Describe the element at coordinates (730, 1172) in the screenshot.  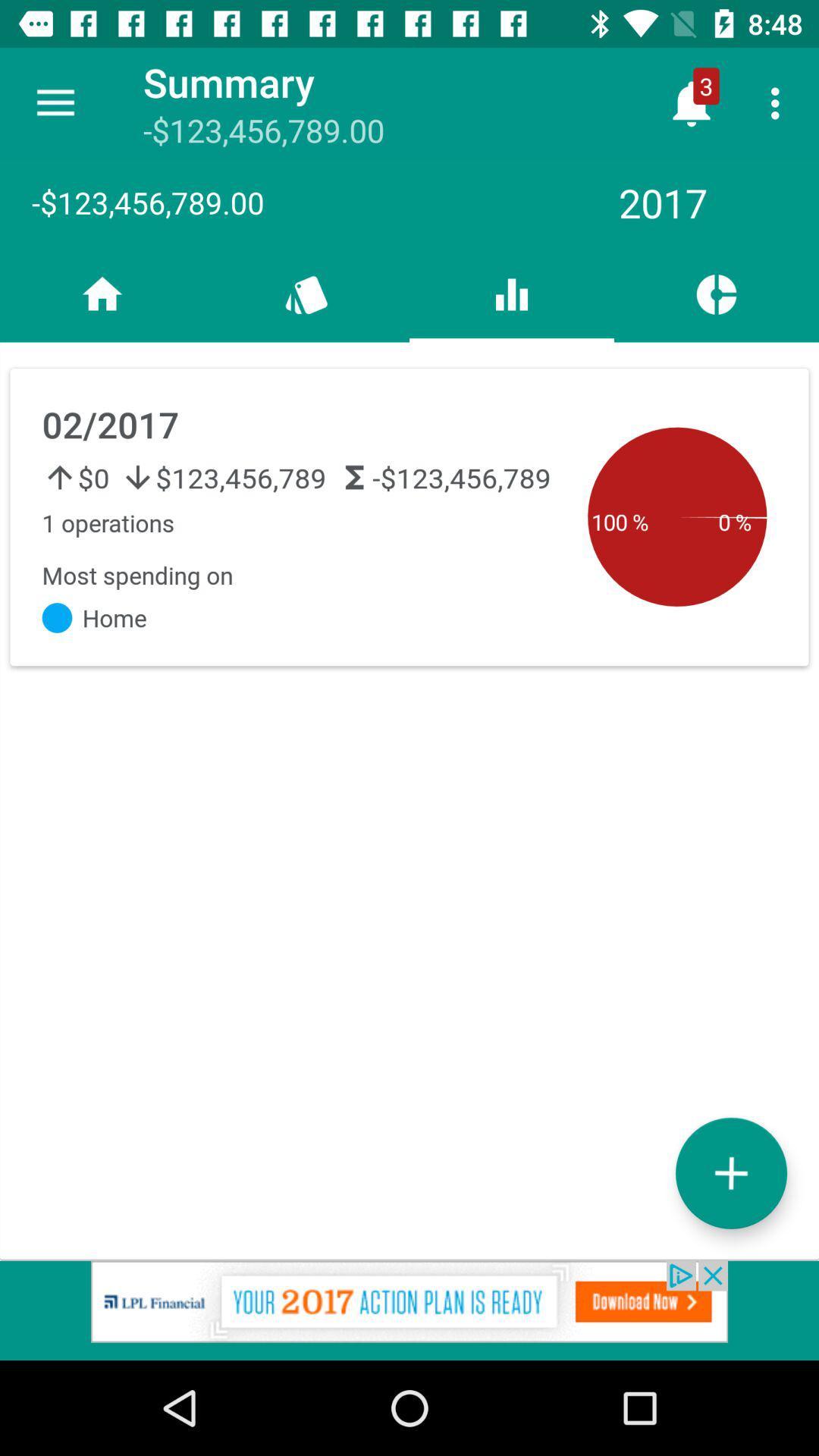
I see `button` at that location.